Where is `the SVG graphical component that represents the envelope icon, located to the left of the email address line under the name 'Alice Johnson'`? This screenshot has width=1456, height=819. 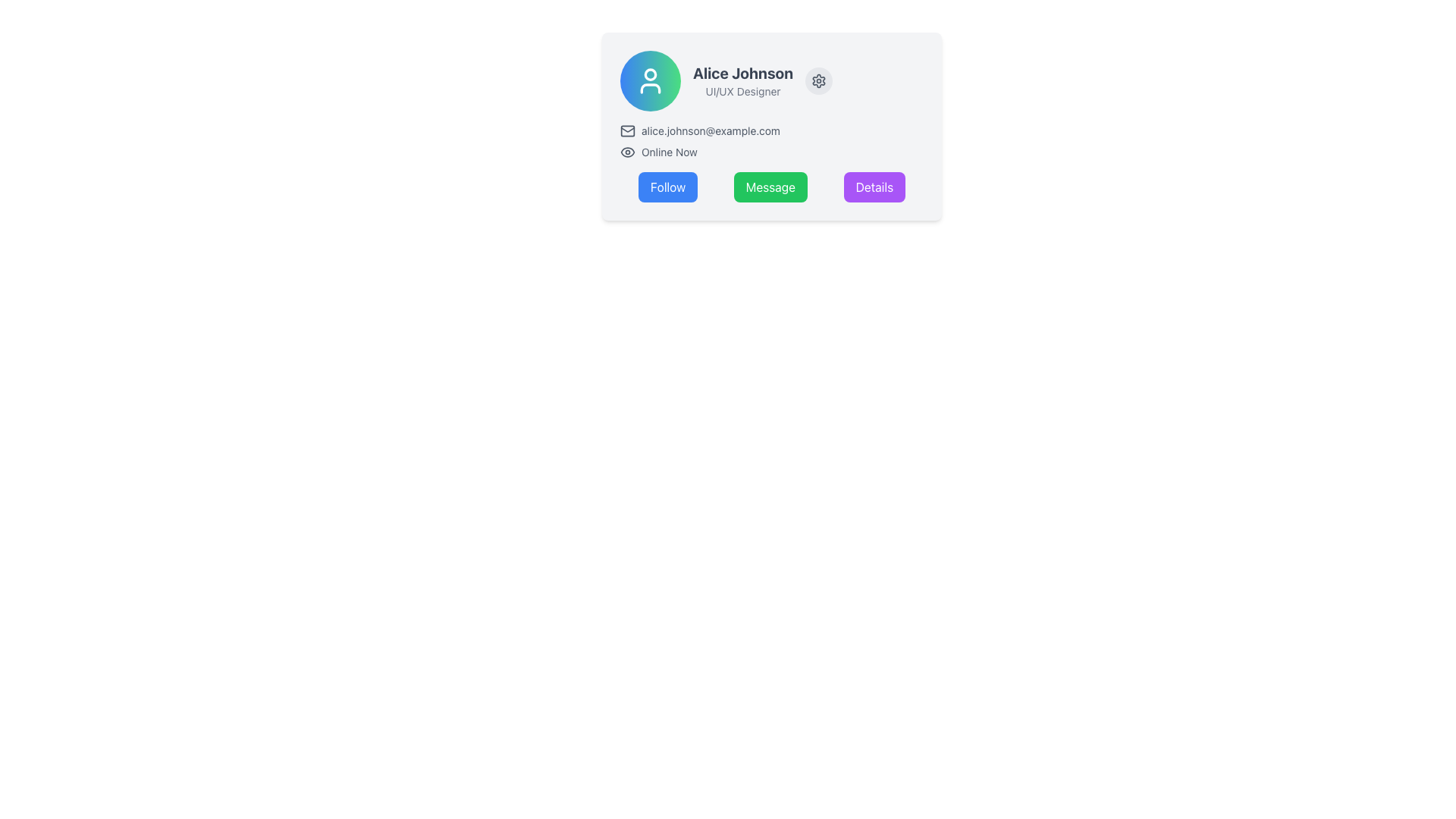
the SVG graphical component that represents the envelope icon, located to the left of the email address line under the name 'Alice Johnson' is located at coordinates (628, 130).